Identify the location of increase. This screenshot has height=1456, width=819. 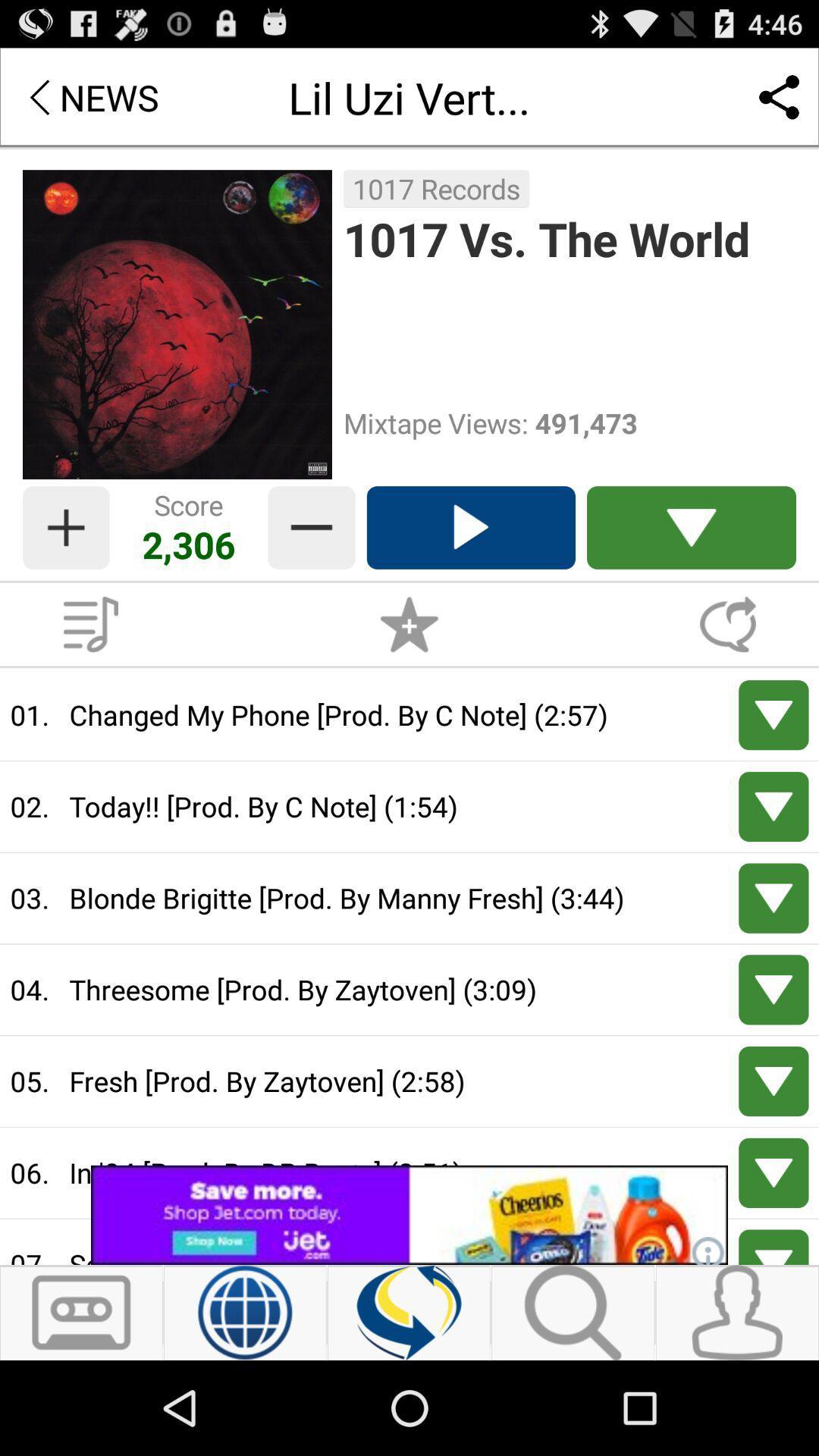
(65, 528).